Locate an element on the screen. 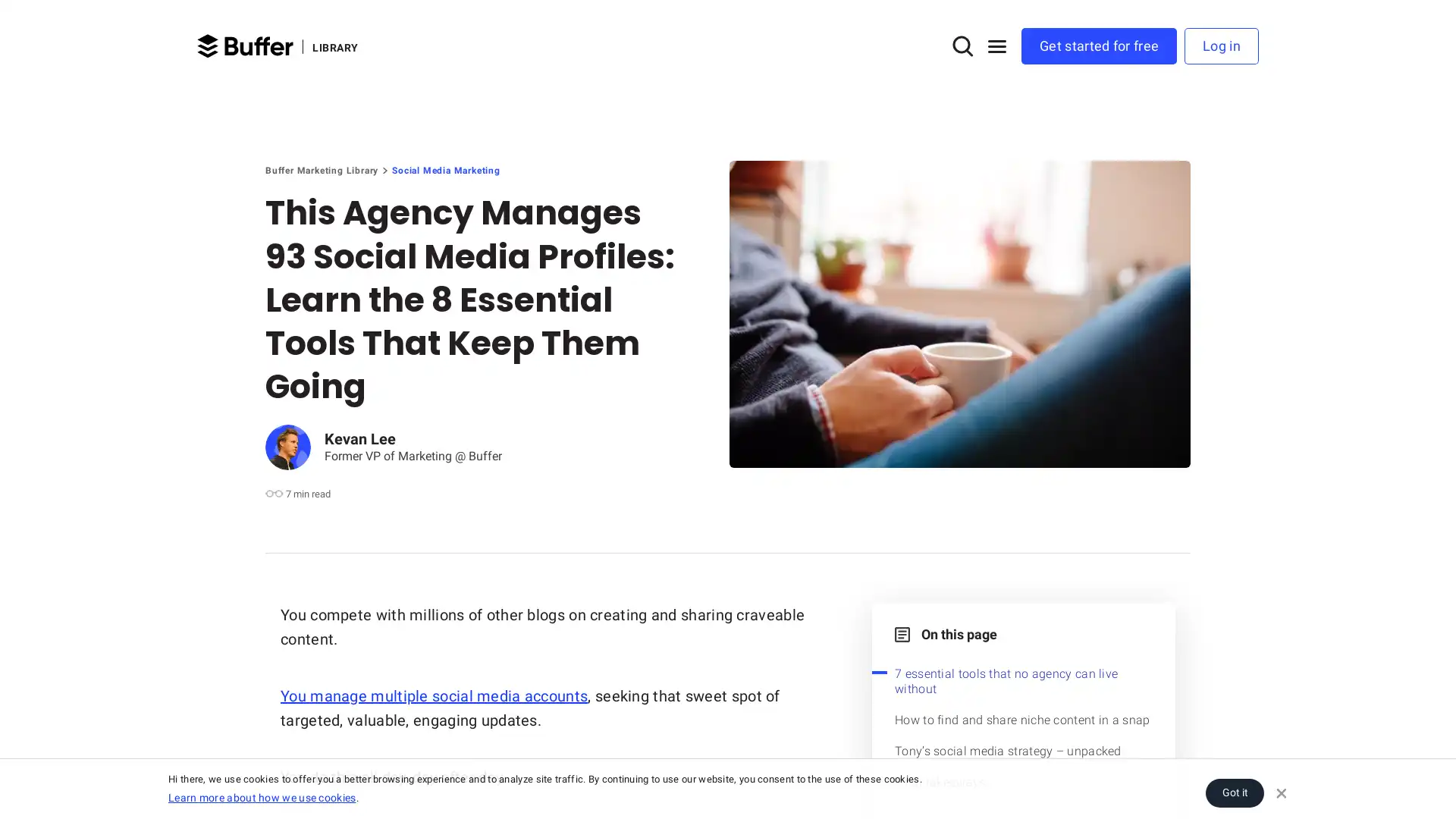  Search is located at coordinates (957, 45).